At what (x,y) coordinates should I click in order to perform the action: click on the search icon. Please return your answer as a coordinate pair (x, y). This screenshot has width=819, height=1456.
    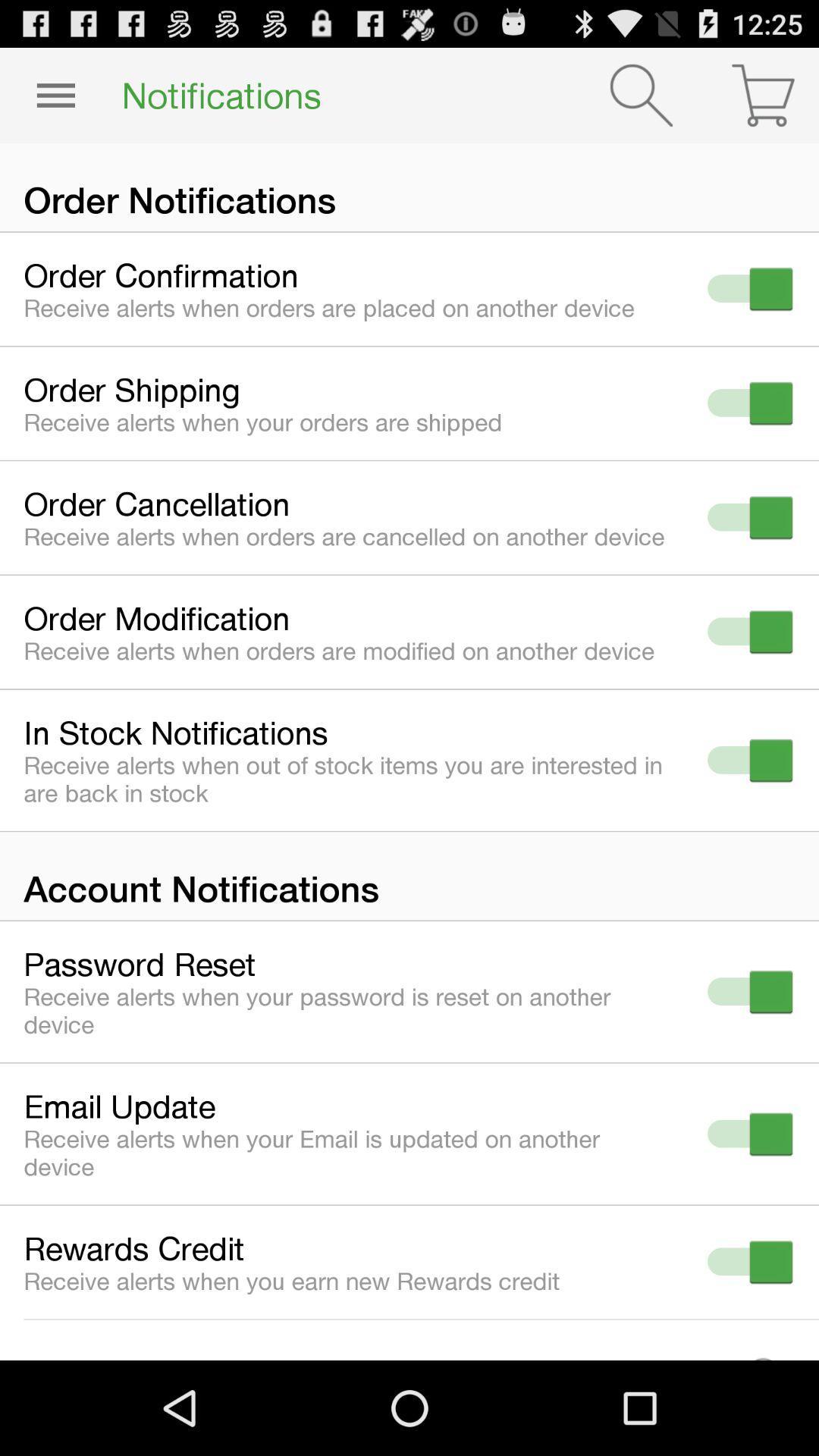
    Looking at the image, I should click on (641, 101).